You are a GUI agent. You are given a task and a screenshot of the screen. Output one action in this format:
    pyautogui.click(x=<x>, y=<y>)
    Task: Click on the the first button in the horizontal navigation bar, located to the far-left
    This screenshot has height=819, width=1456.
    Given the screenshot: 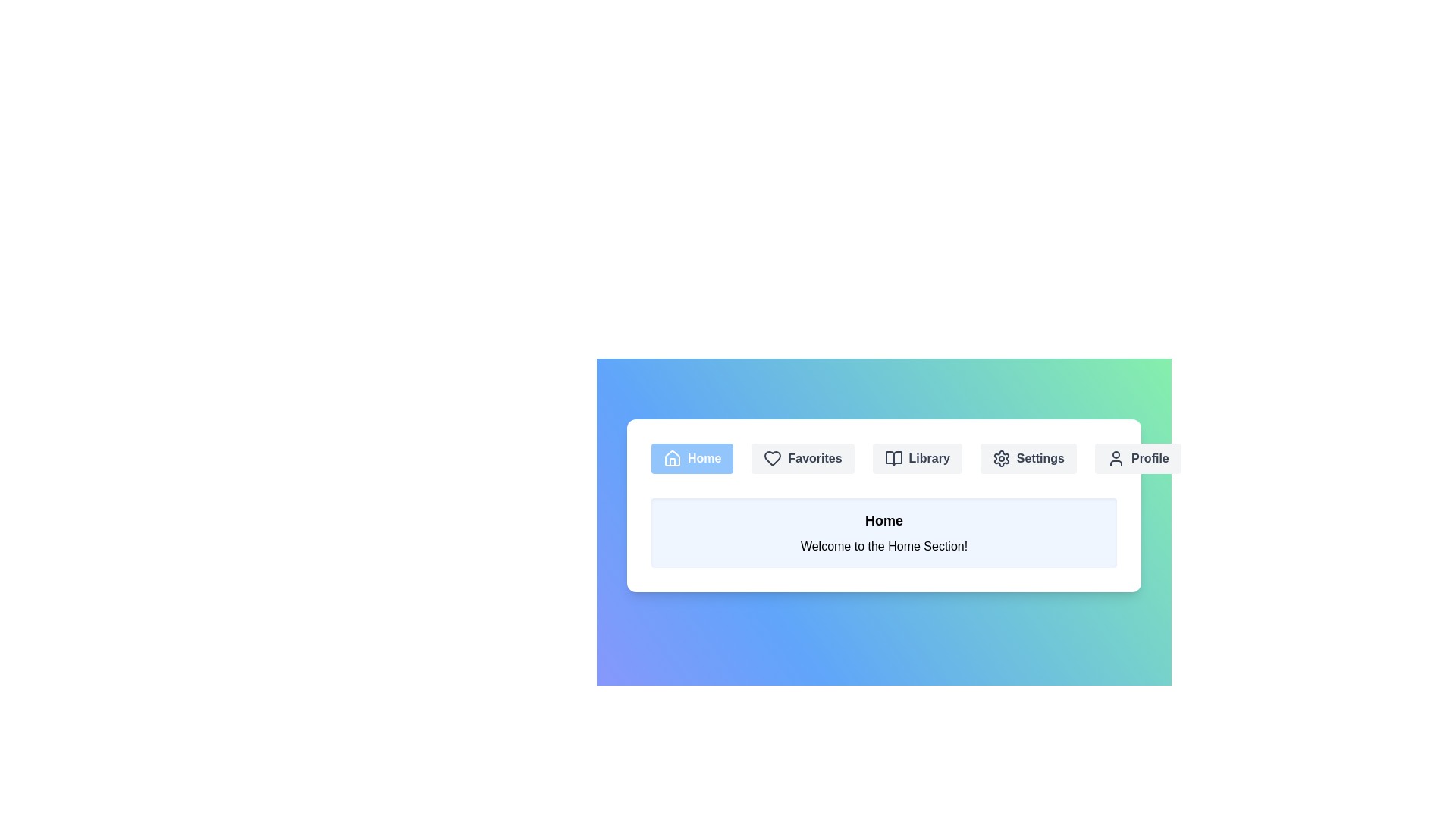 What is the action you would take?
    pyautogui.click(x=692, y=458)
    